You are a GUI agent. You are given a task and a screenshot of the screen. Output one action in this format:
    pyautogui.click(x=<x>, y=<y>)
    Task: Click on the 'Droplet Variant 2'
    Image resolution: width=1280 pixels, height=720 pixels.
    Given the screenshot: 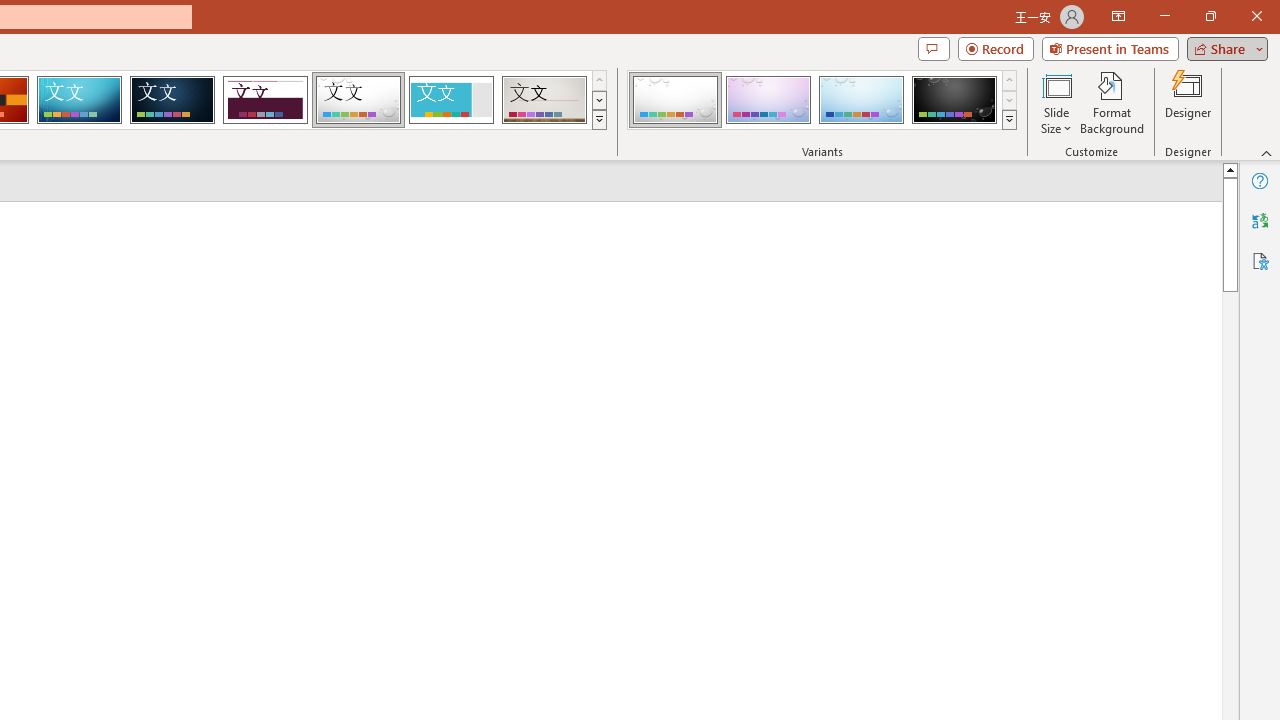 What is the action you would take?
    pyautogui.click(x=767, y=100)
    